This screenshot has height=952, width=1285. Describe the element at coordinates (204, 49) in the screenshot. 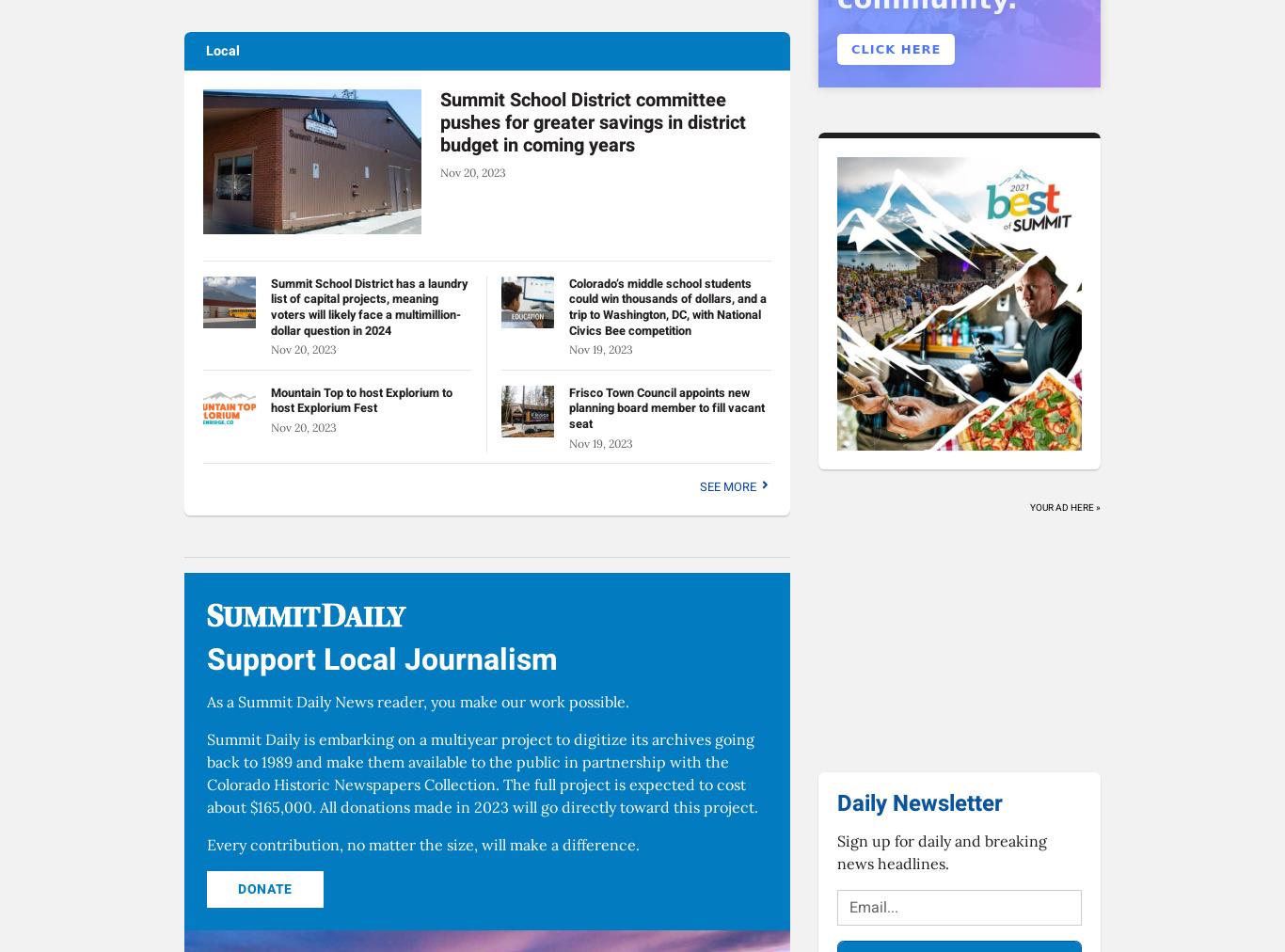

I see `'Local'` at that location.